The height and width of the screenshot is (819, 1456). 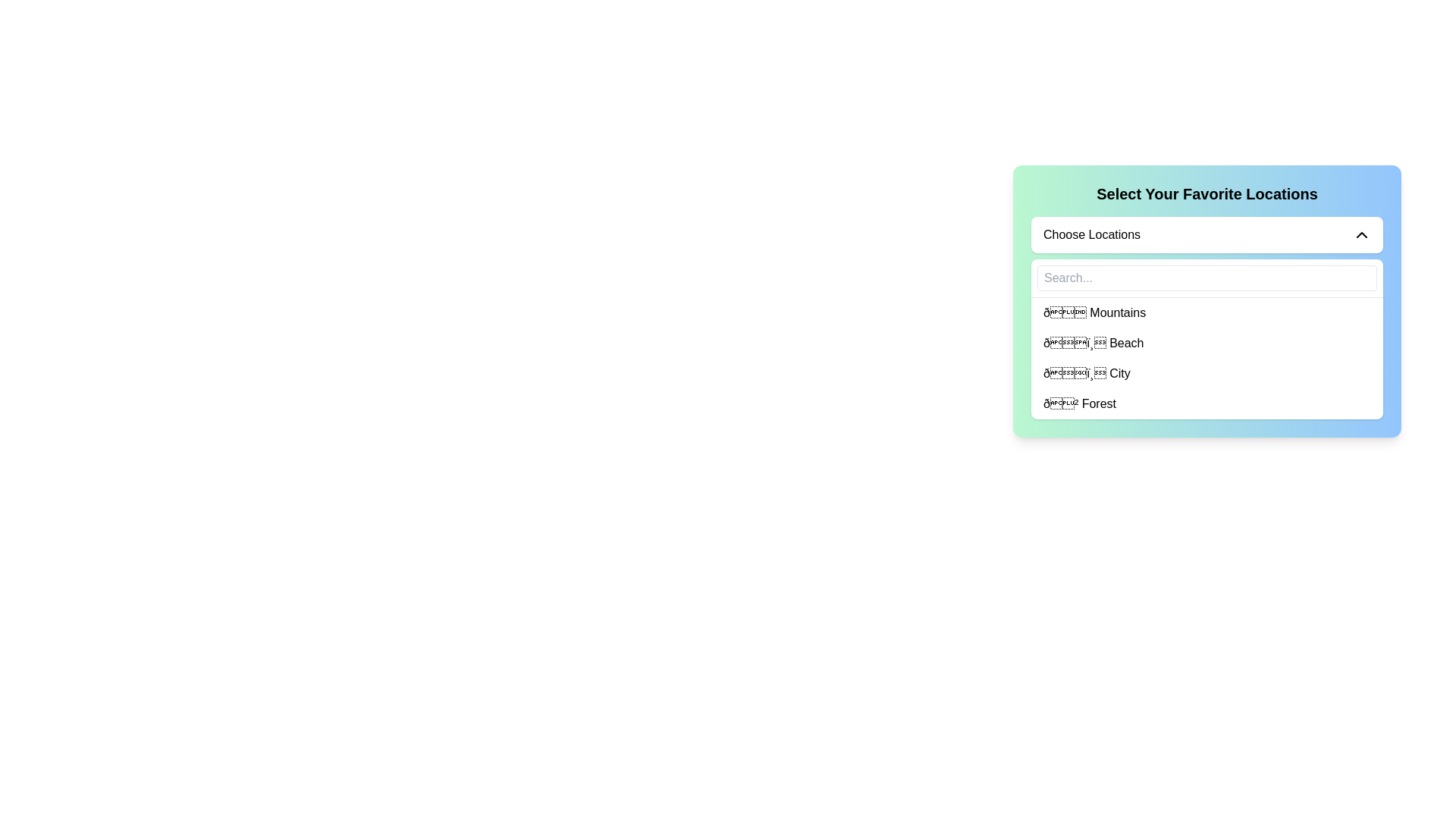 I want to click on the fourth item in the dropdown menu for selecting a location preference, which is positioned between 'City' and 'Desert', so click(x=1207, y=403).